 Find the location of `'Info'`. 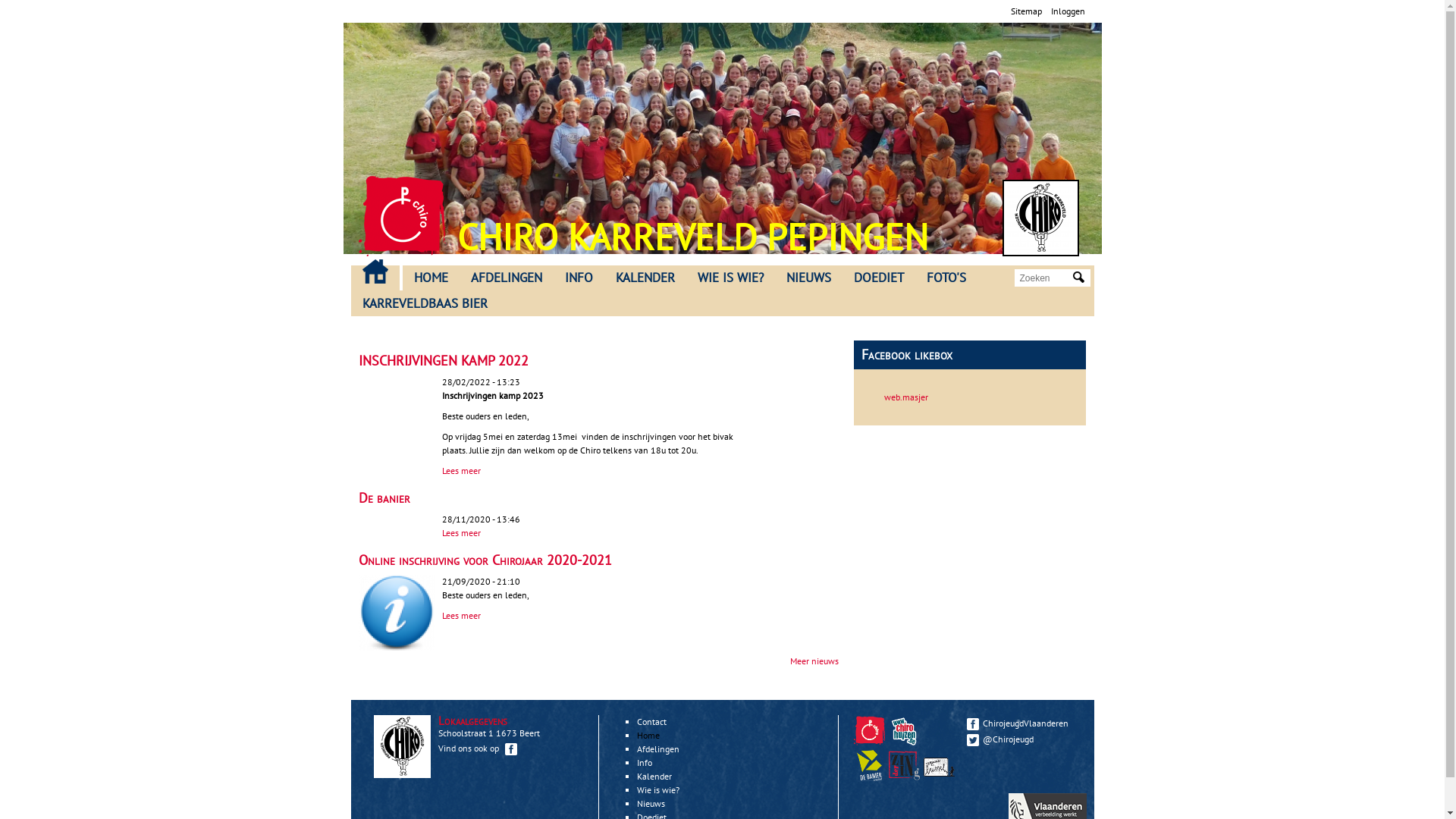

'Info' is located at coordinates (644, 762).